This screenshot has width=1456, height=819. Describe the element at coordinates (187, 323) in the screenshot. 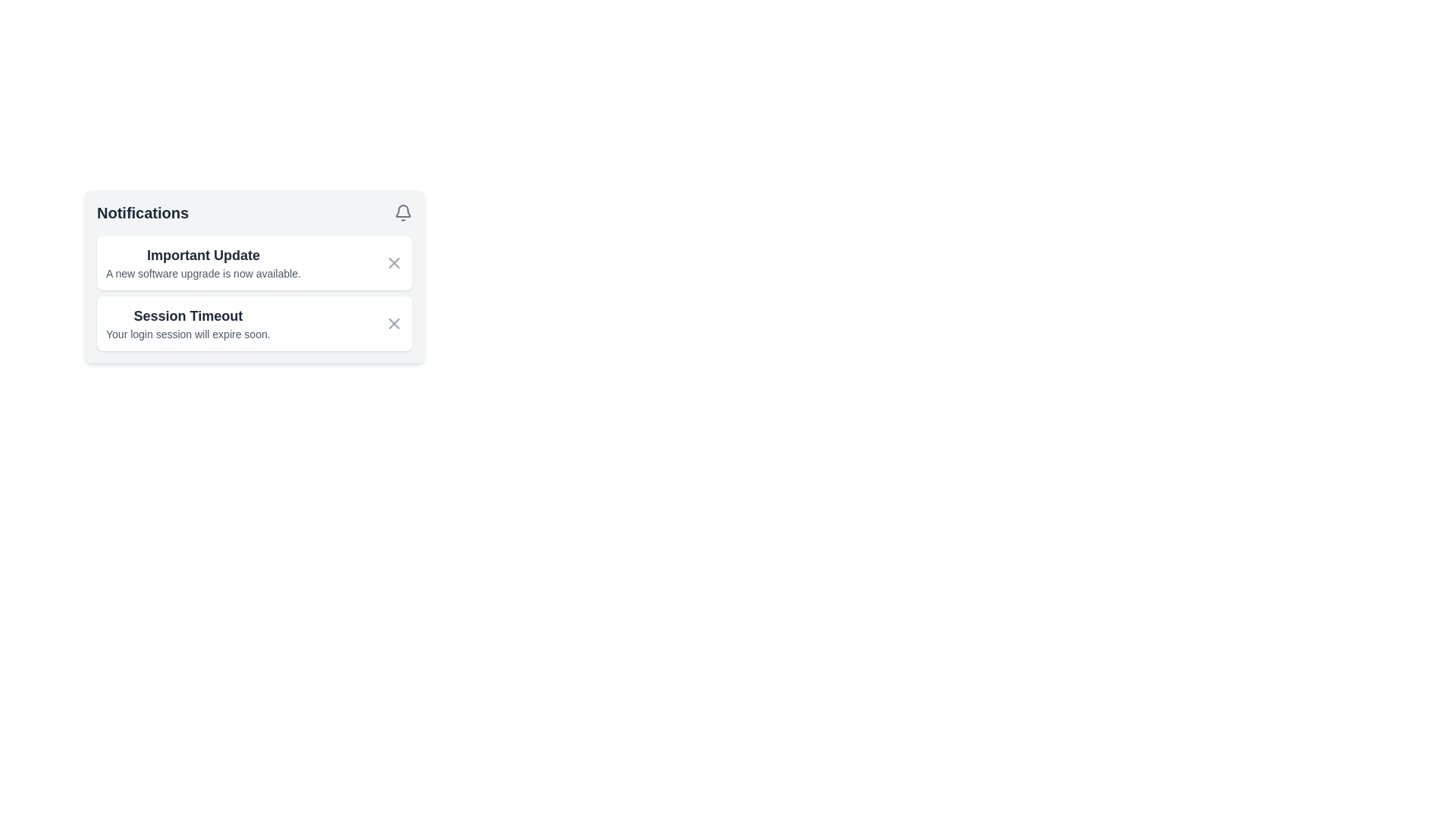

I see `text of the notification card that informs the user about an impending session timeout, which is the second notification in the list beneath the 'Notifications' header` at that location.